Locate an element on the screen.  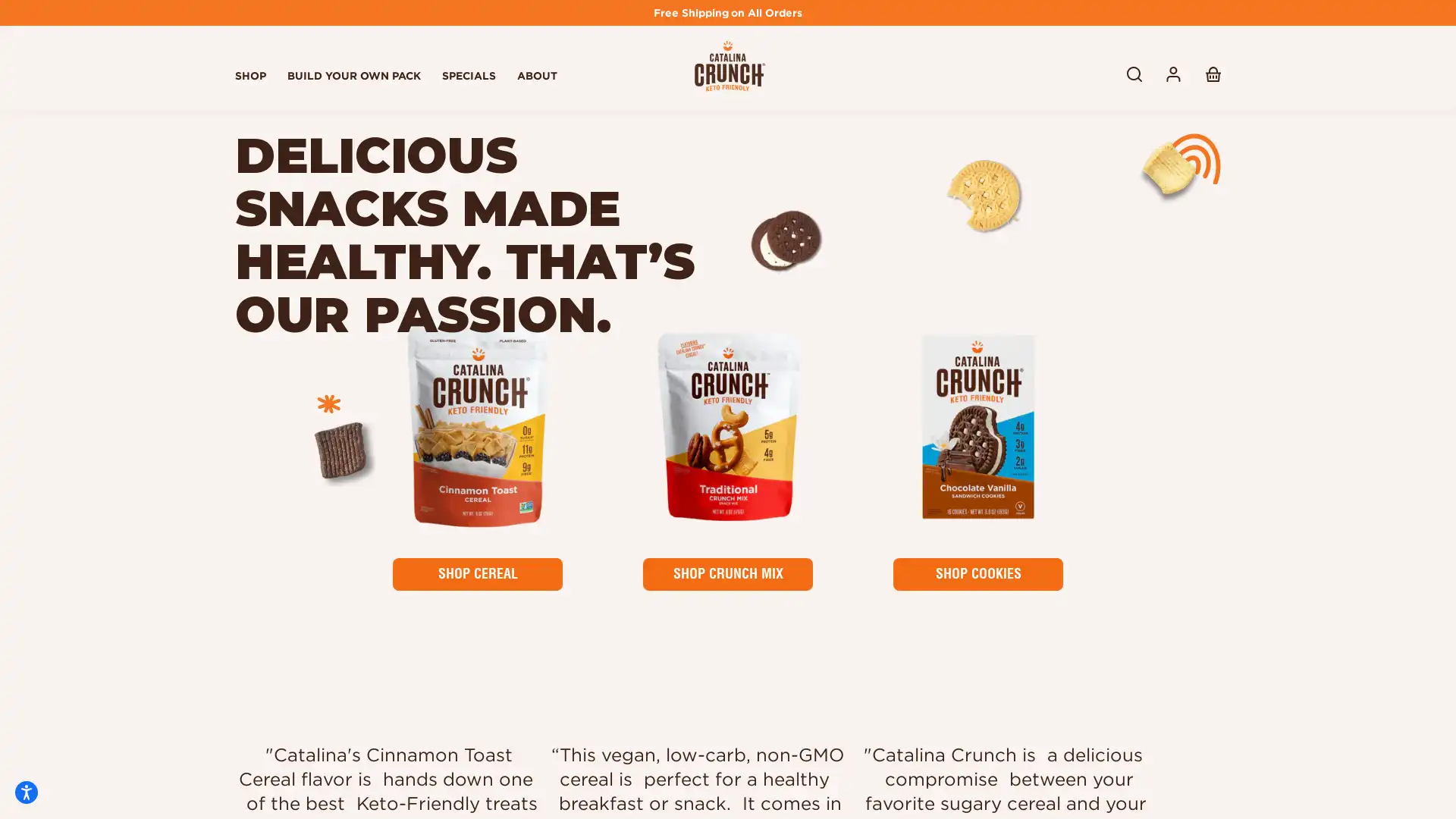
Submit search is located at coordinates (1134, 74).